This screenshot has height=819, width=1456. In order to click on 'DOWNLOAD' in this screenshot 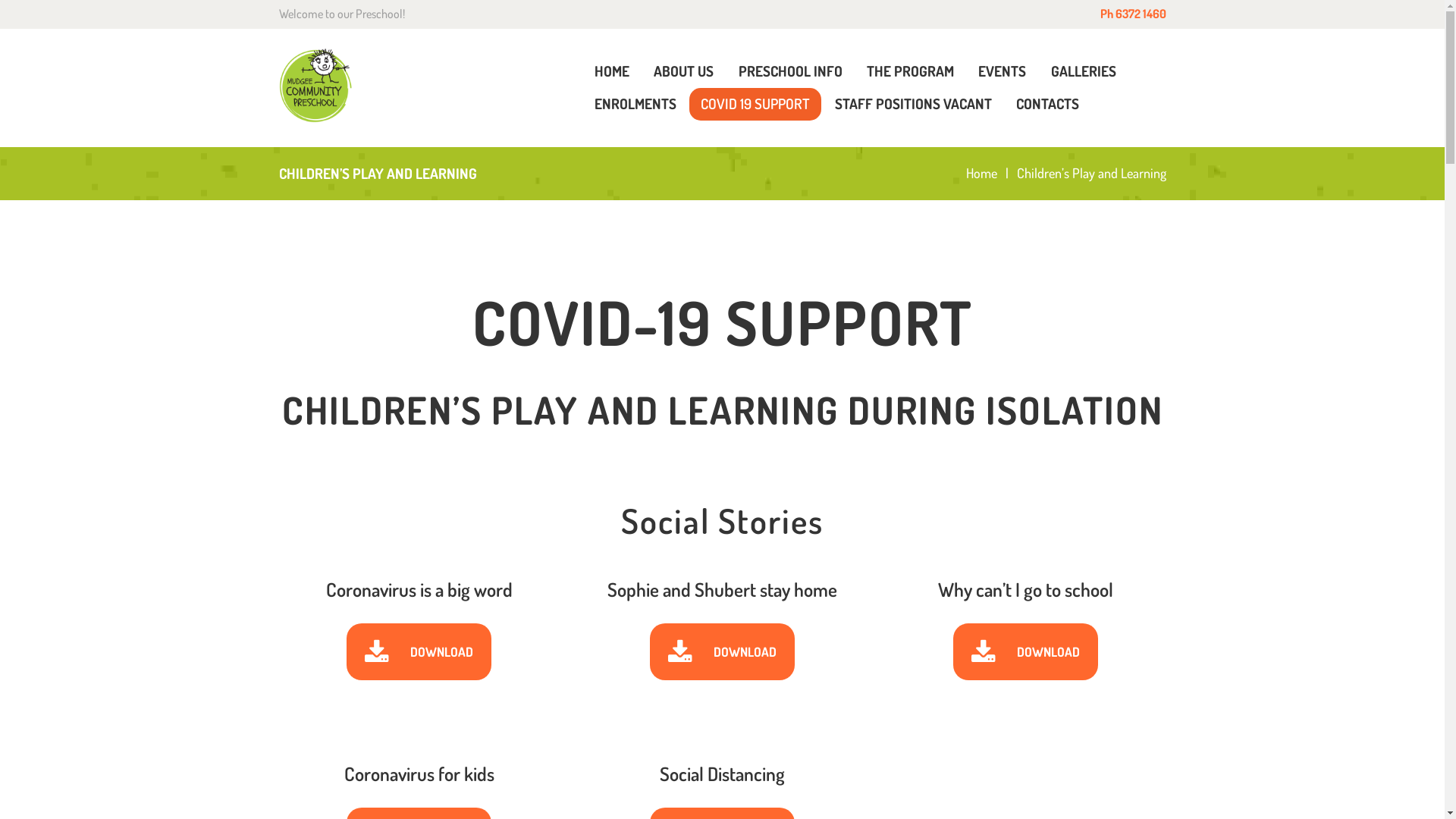, I will do `click(1025, 651)`.